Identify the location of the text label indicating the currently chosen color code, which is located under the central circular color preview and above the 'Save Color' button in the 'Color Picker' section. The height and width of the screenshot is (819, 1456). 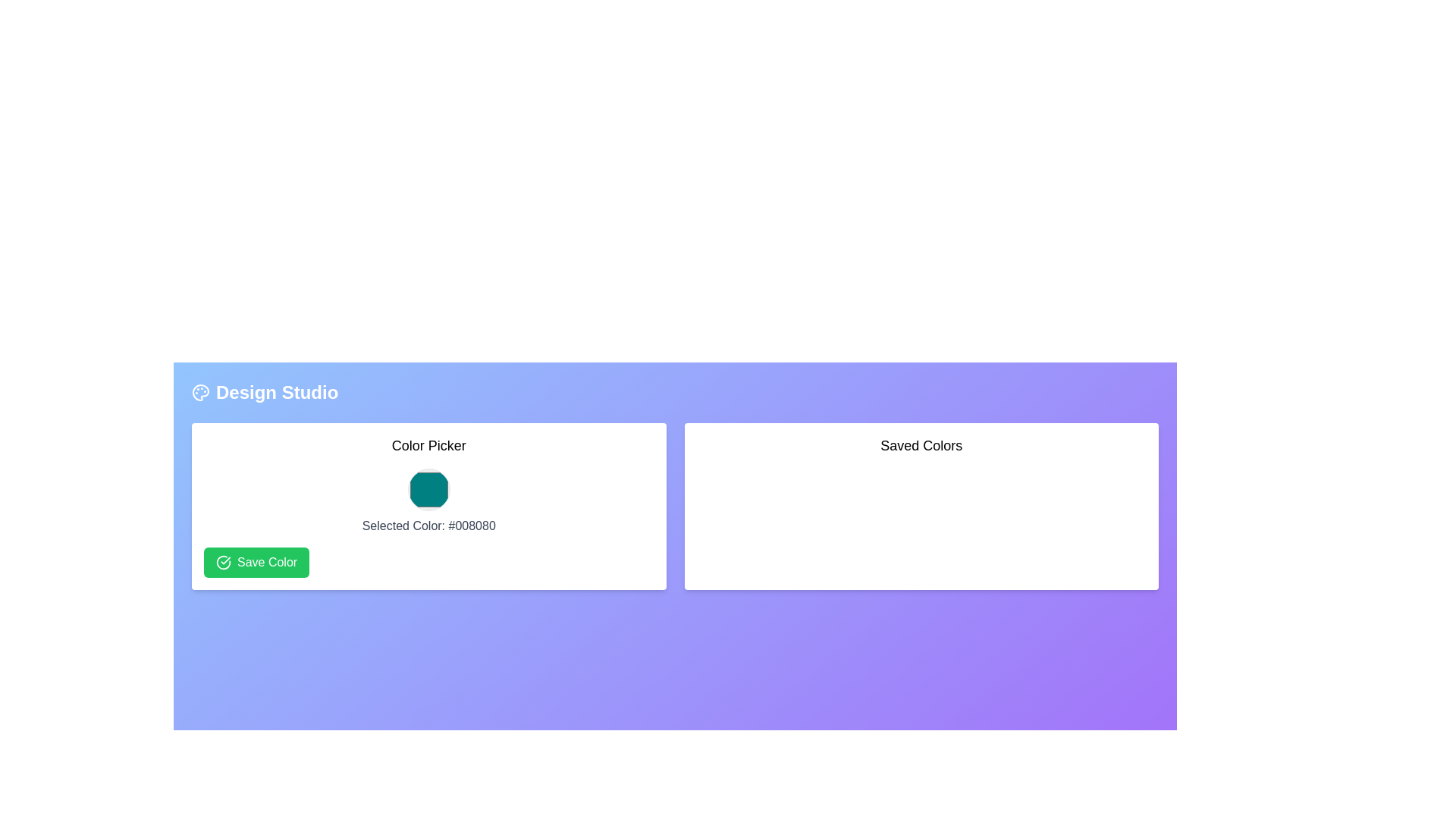
(428, 526).